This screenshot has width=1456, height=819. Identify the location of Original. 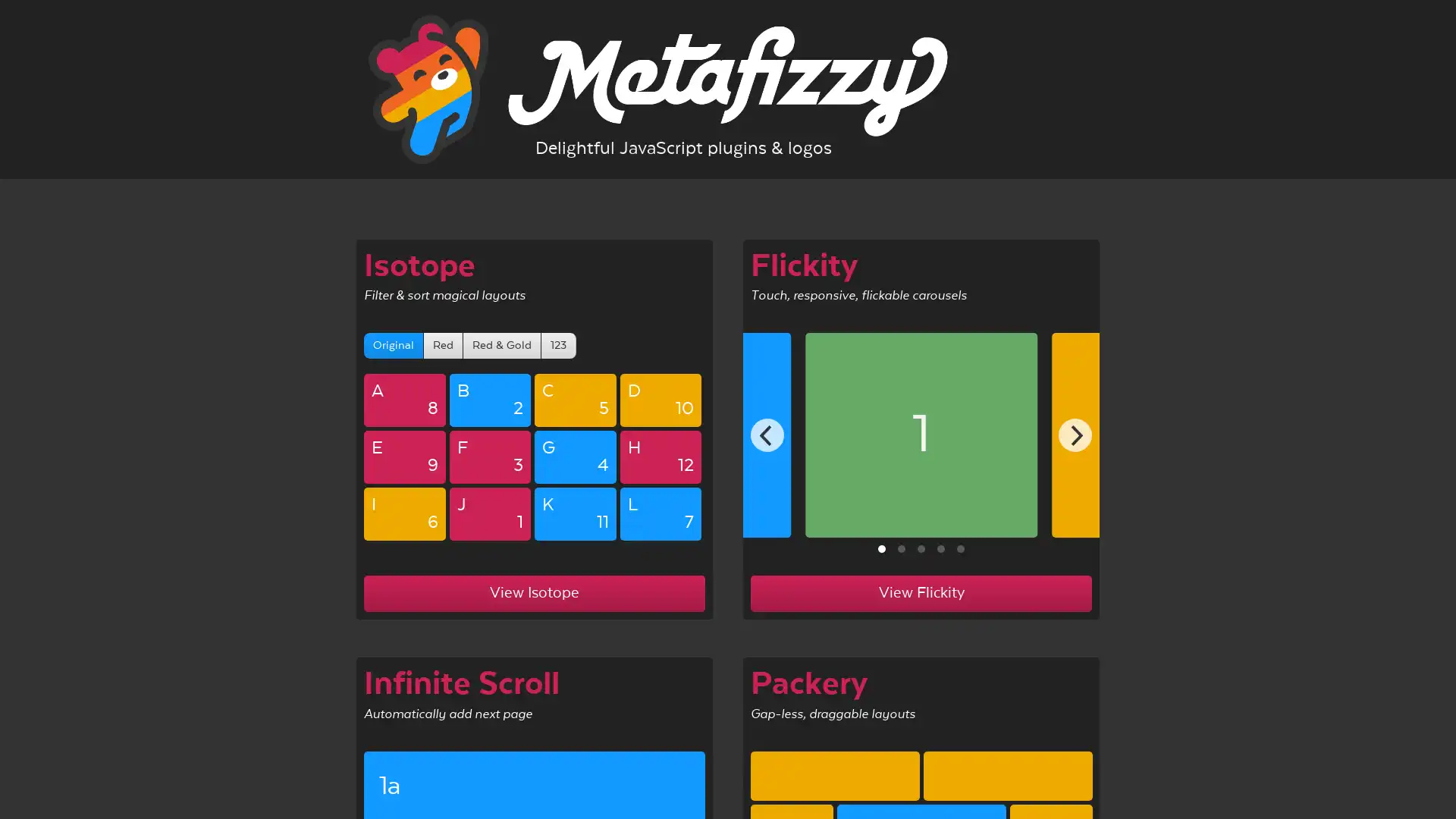
(393, 345).